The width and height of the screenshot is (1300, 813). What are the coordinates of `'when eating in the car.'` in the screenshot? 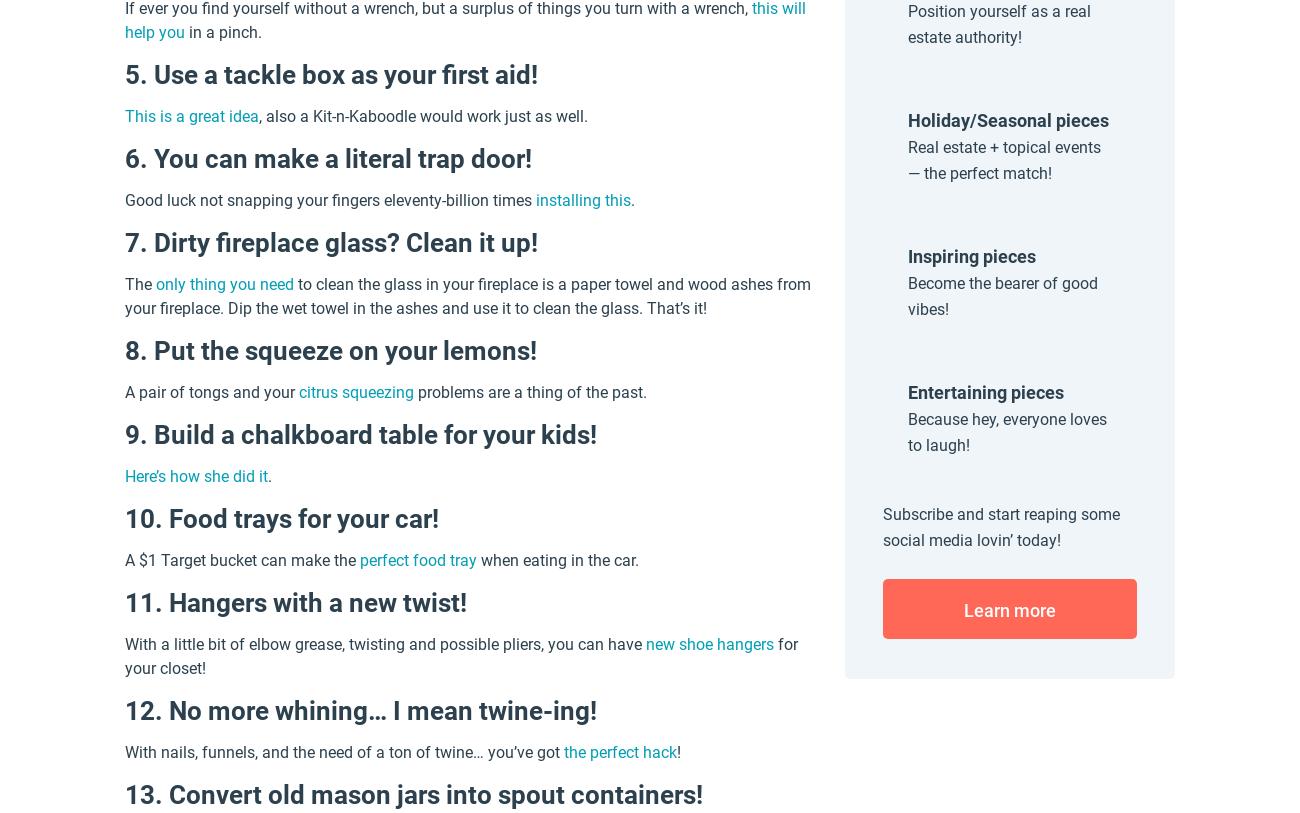 It's located at (556, 560).